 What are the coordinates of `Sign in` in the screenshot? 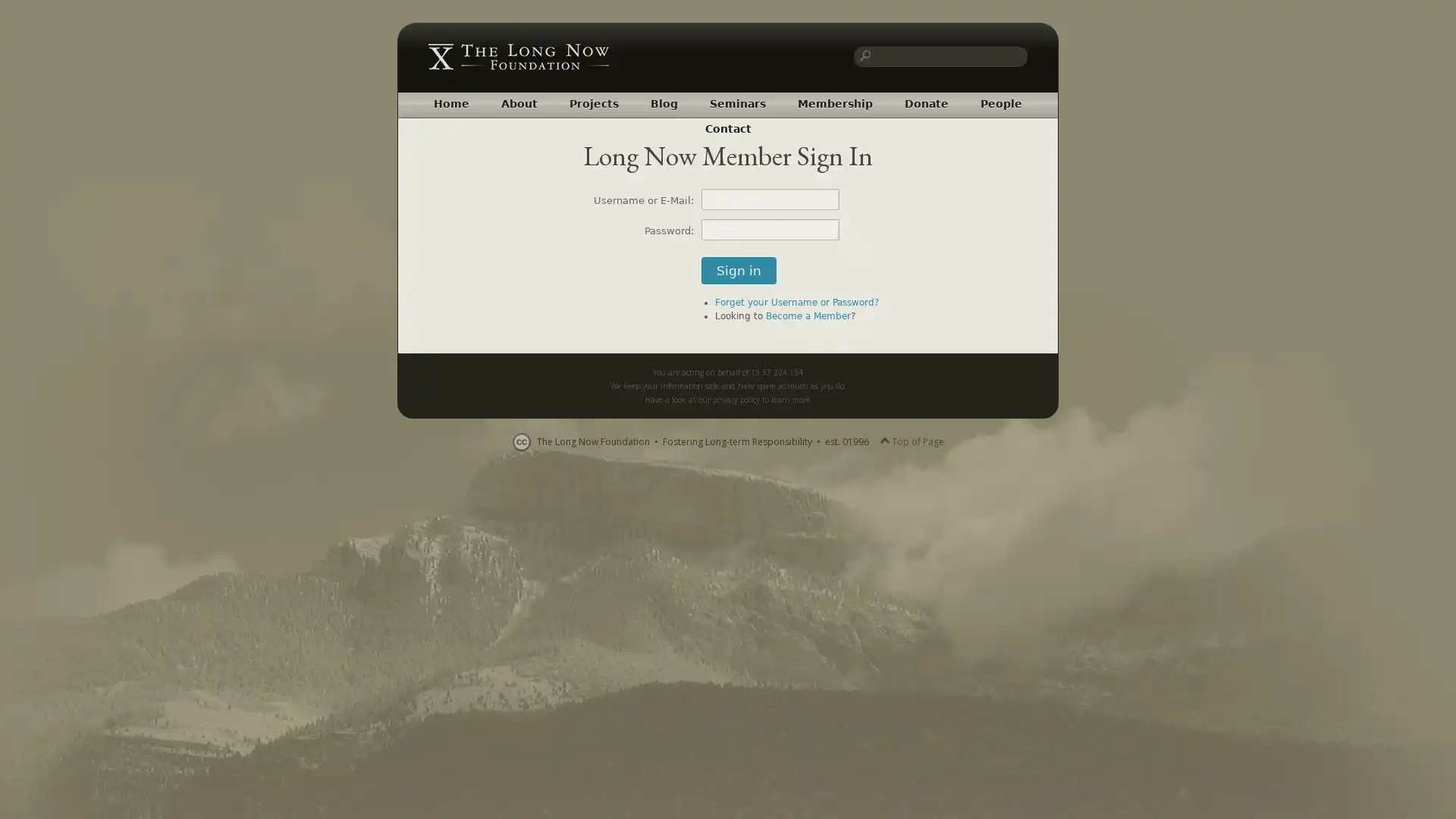 It's located at (739, 270).